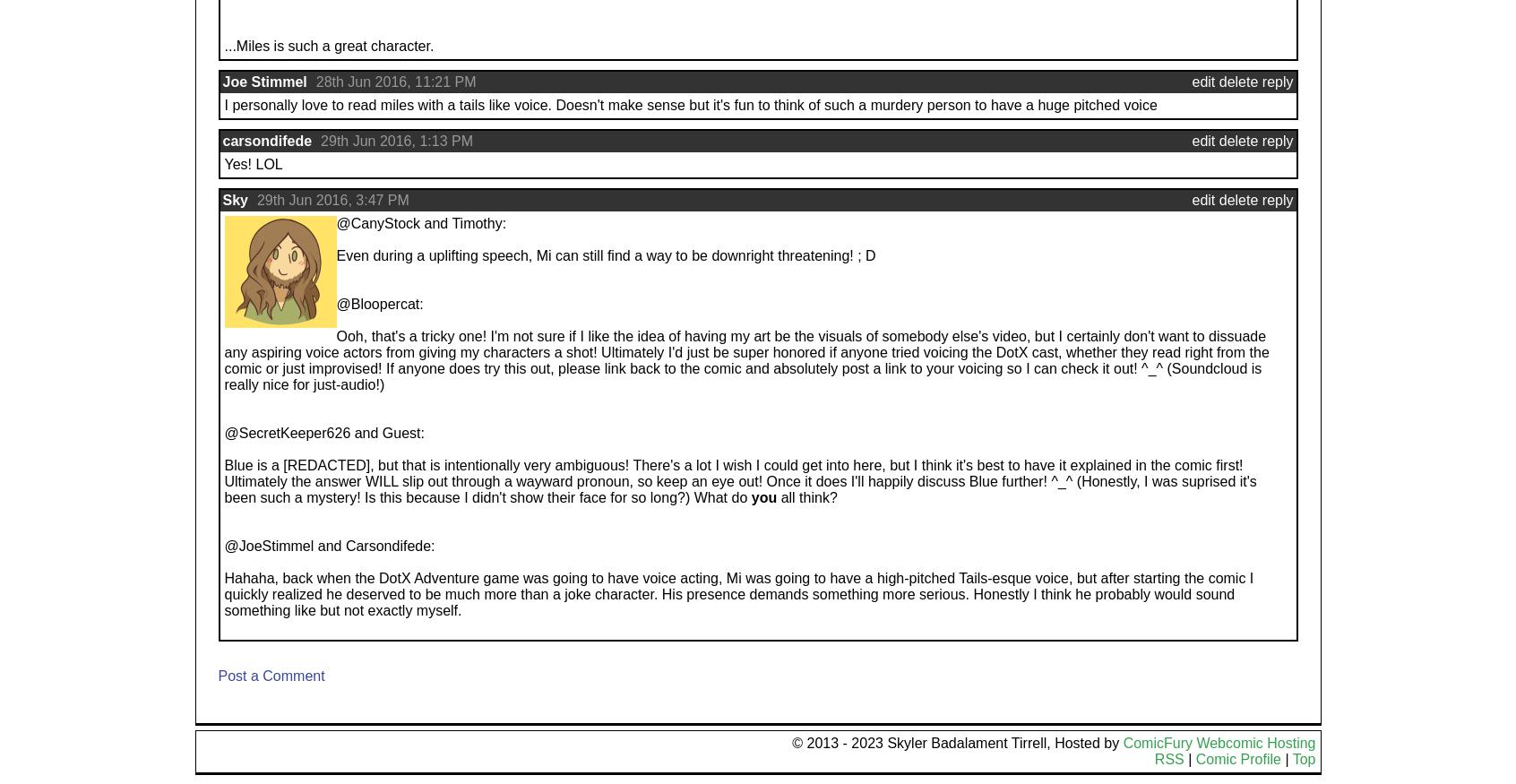 This screenshot has height=784, width=1516. I want to click on '@JoeStimmel and Carsondifede:', so click(224, 546).